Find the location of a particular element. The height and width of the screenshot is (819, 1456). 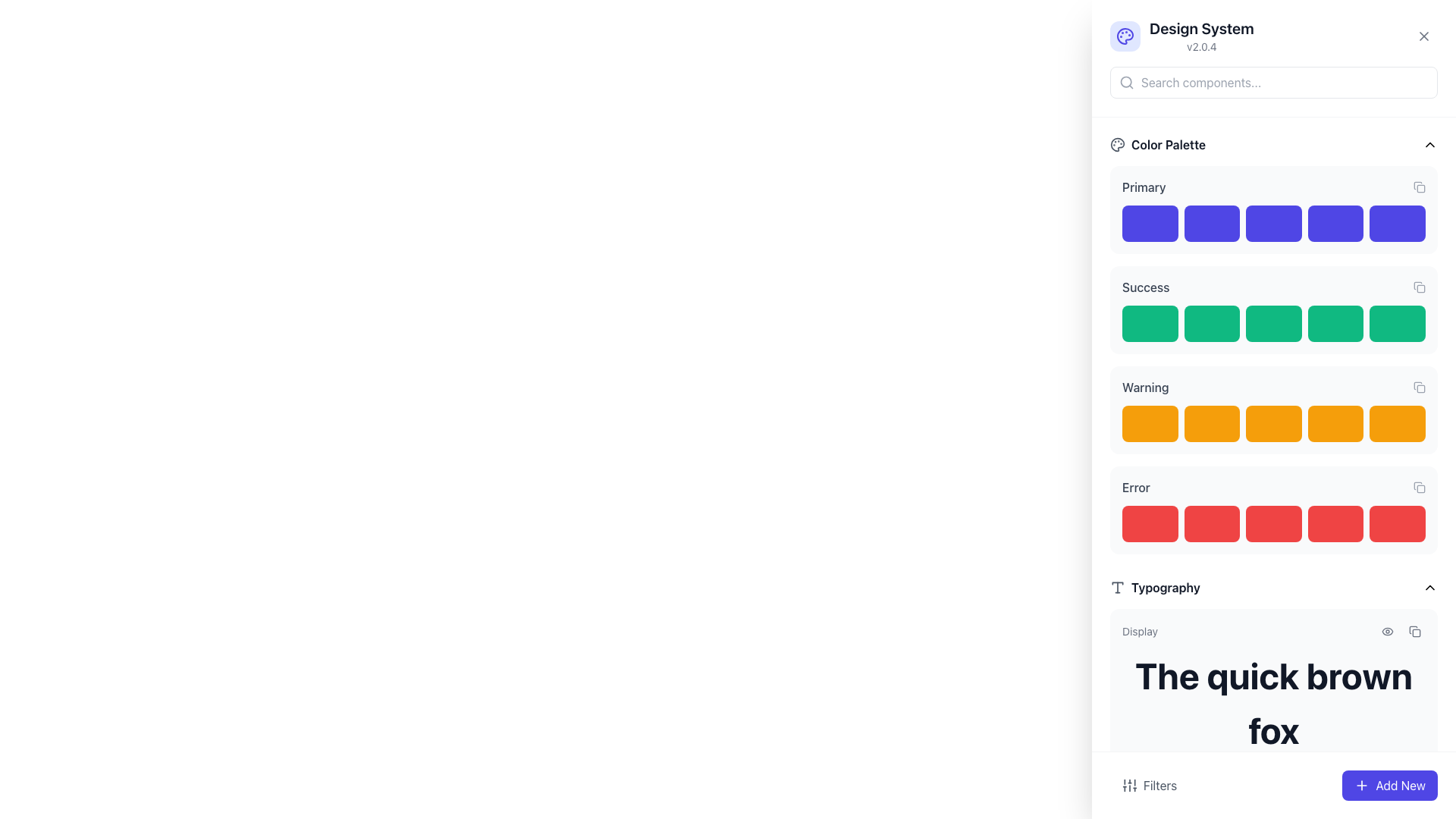

the 'Filters' button located at the bottom left of the interface is located at coordinates (1129, 785).